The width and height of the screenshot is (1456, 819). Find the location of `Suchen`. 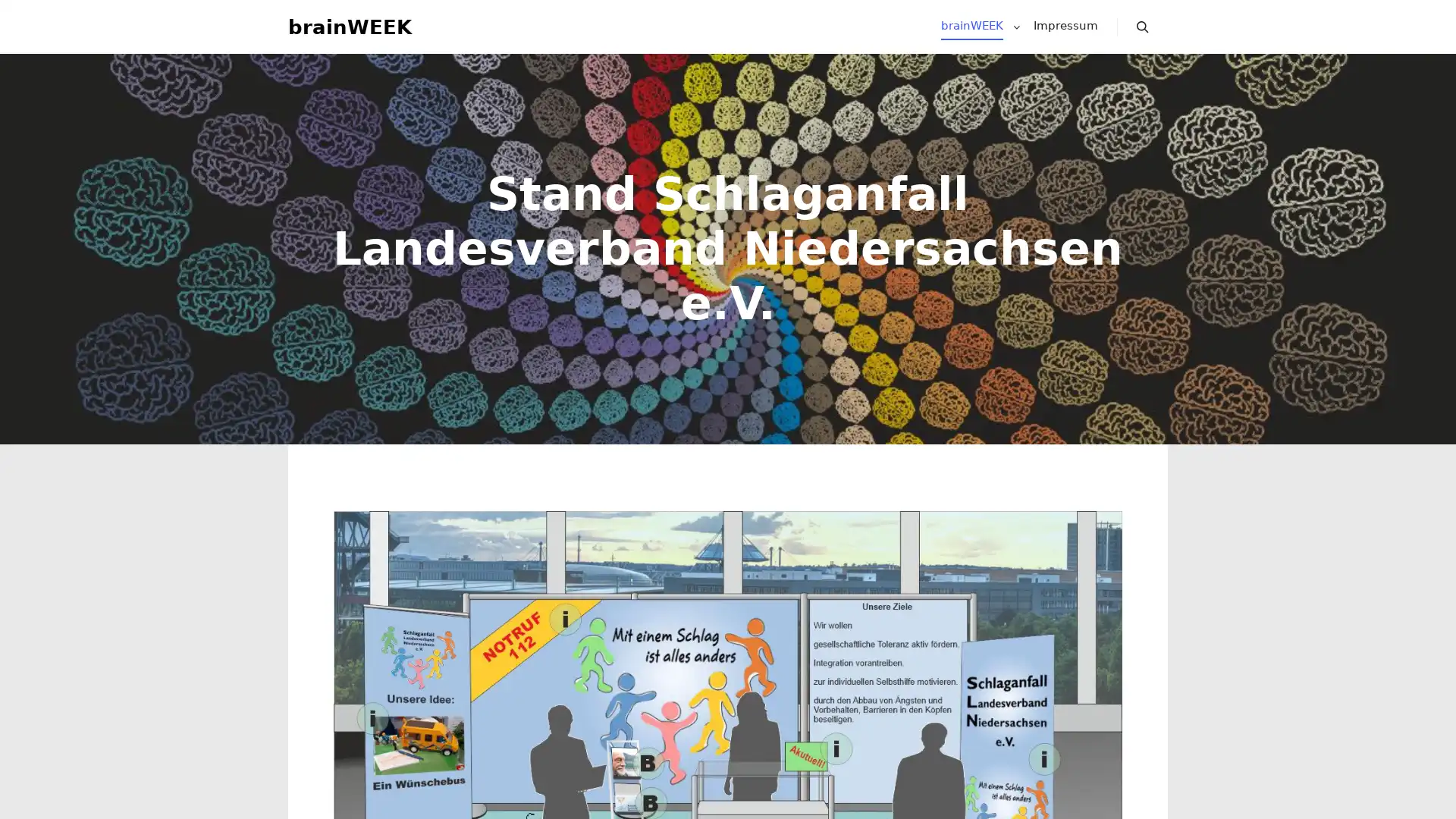

Suchen is located at coordinates (1143, 34).